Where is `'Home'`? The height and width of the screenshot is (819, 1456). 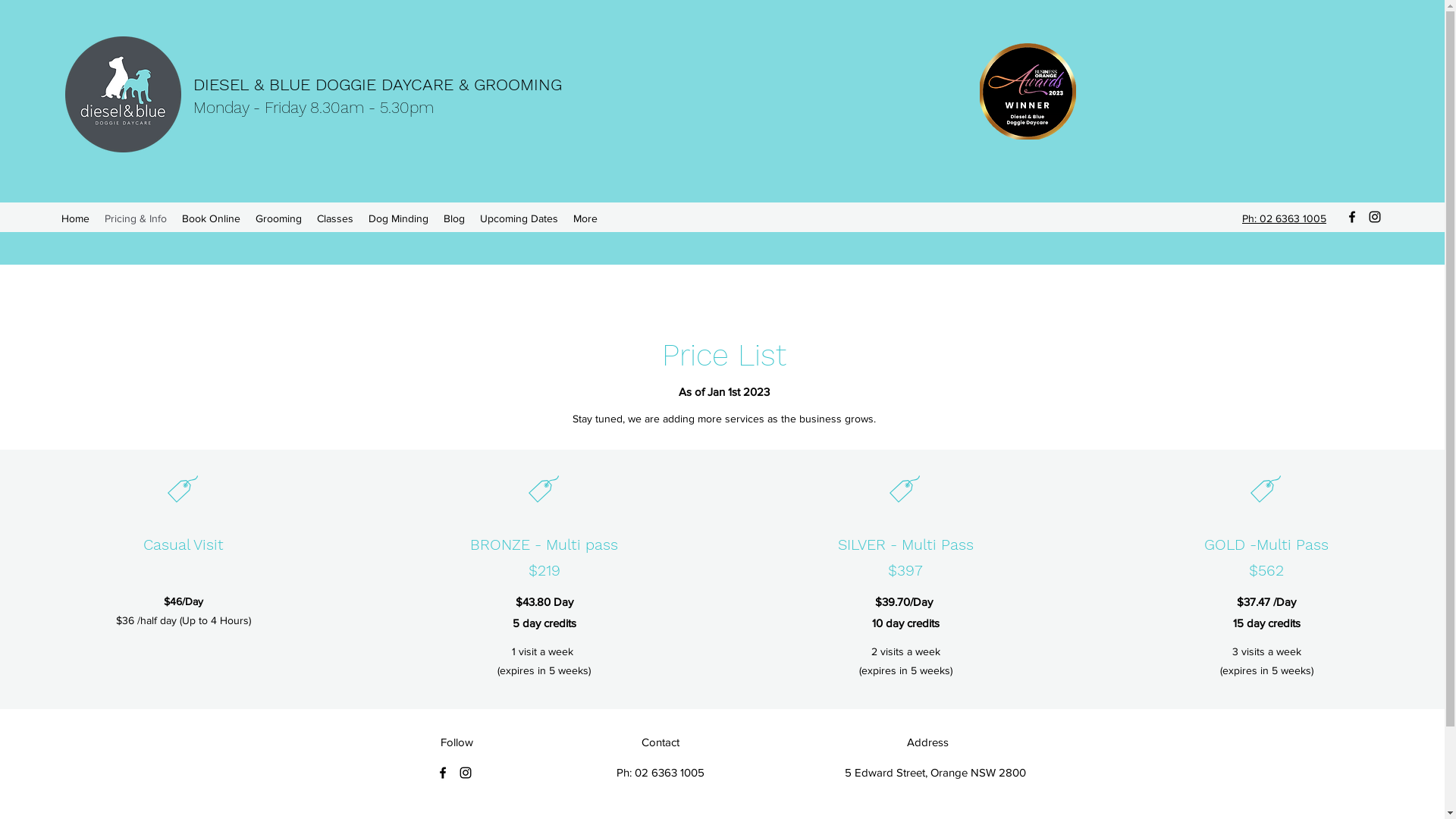
'Home' is located at coordinates (74, 218).